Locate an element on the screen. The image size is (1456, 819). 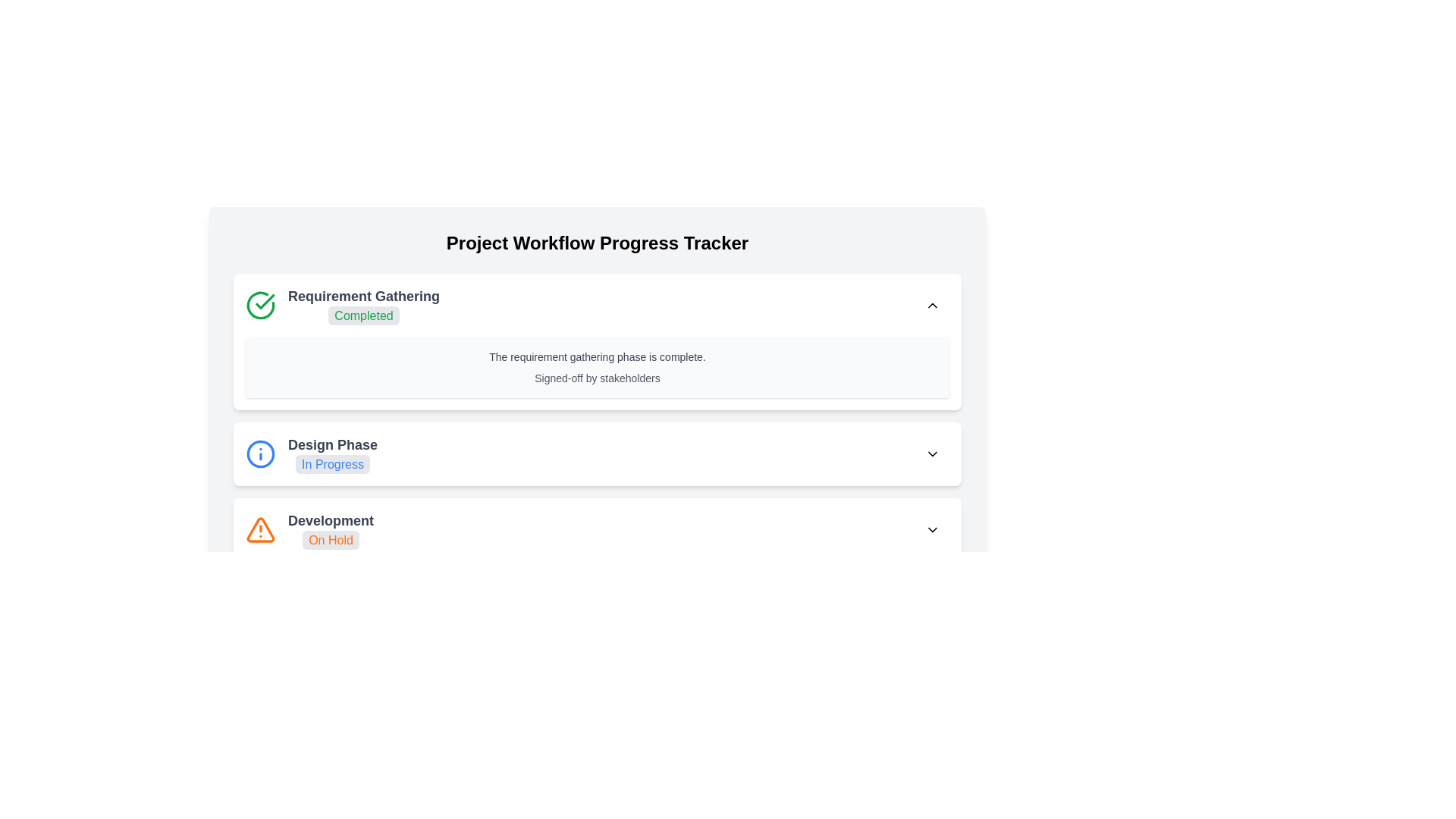
the Interactive toggle button located at the far right end of the 'Requirement Gathering' section header, next to the 'Completed' status badge is located at coordinates (931, 305).